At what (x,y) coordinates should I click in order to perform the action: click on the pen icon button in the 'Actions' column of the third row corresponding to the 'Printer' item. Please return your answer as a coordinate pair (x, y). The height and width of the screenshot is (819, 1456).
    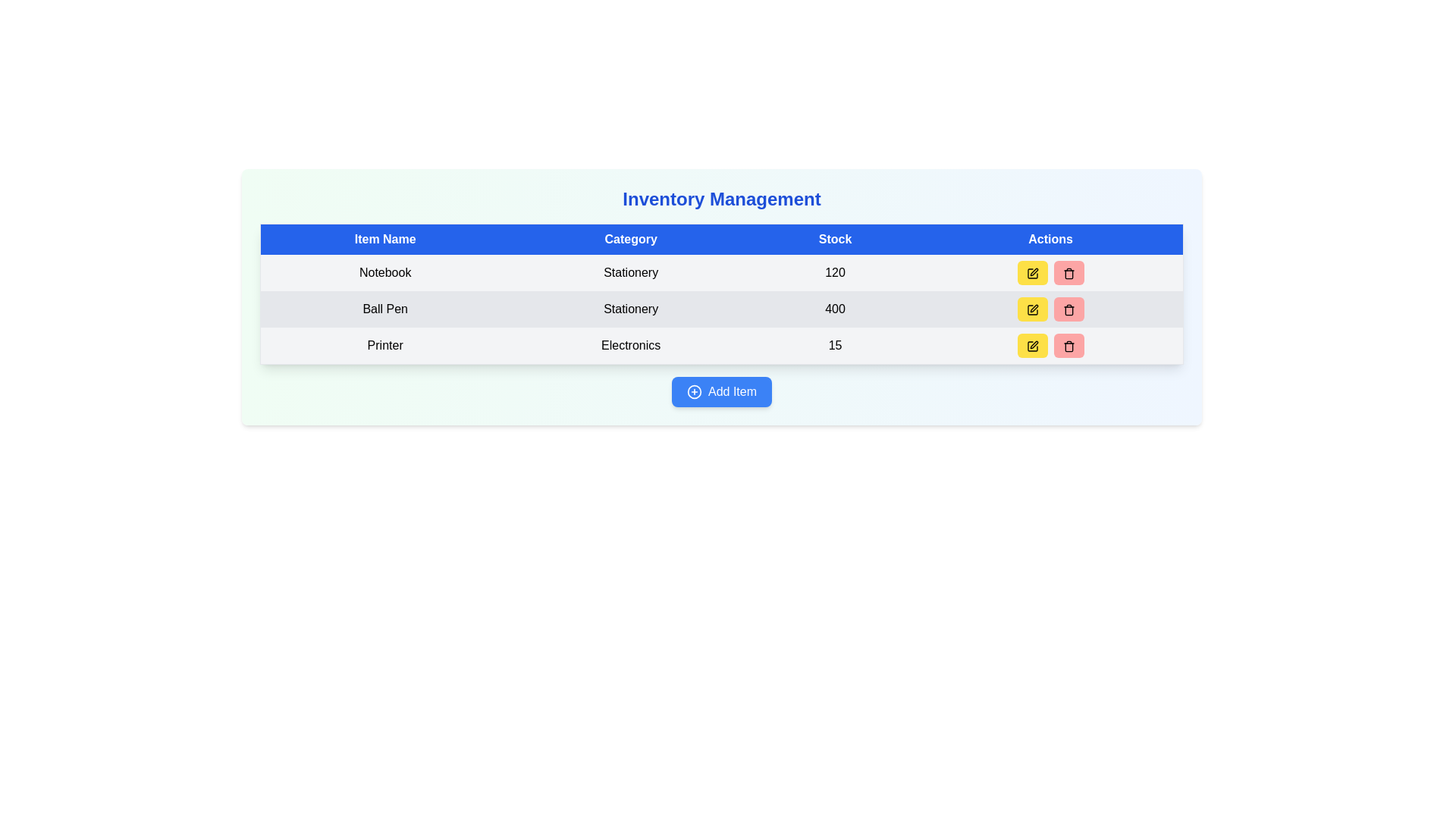
    Looking at the image, I should click on (1031, 346).